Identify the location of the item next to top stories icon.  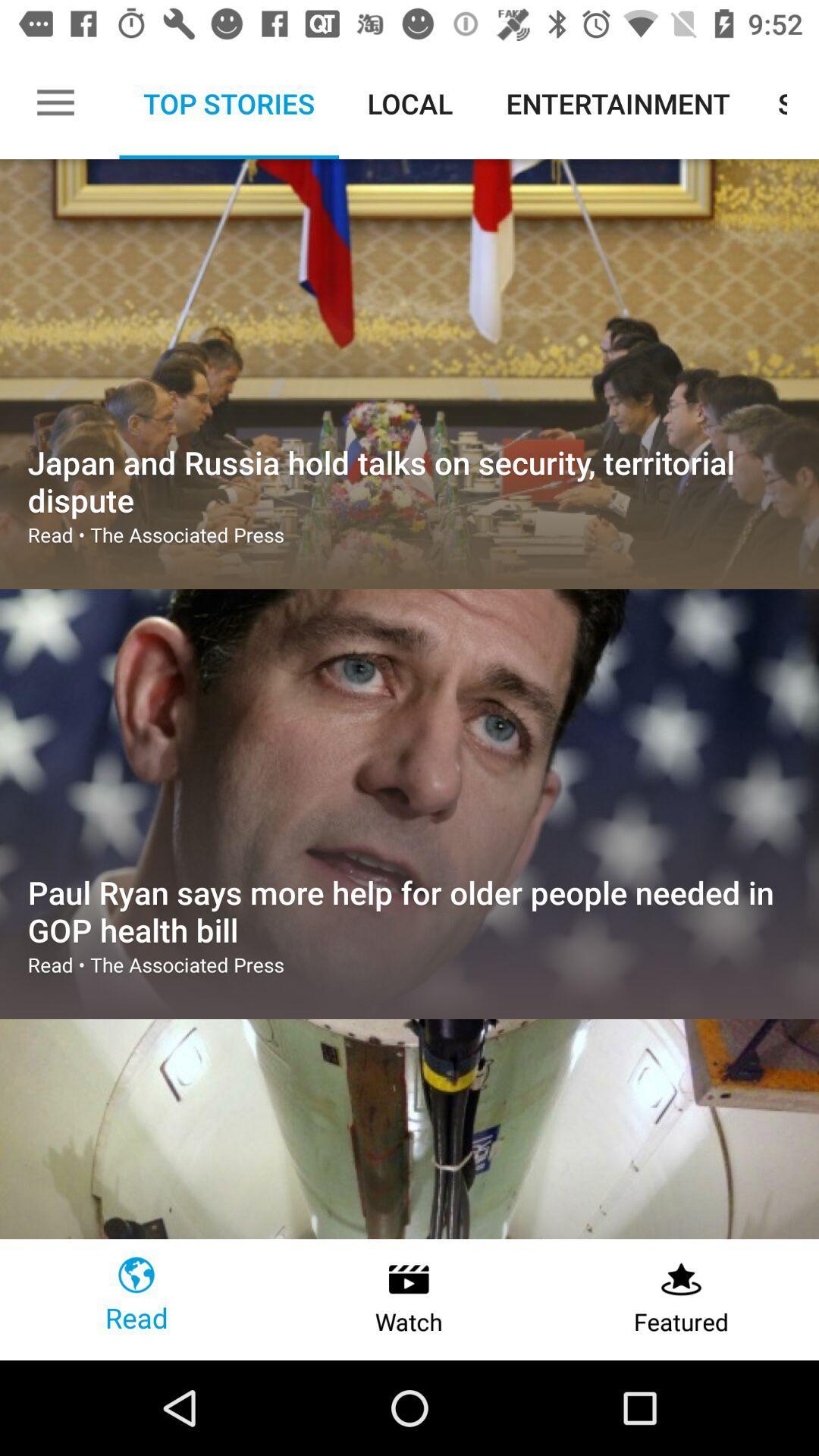
(55, 102).